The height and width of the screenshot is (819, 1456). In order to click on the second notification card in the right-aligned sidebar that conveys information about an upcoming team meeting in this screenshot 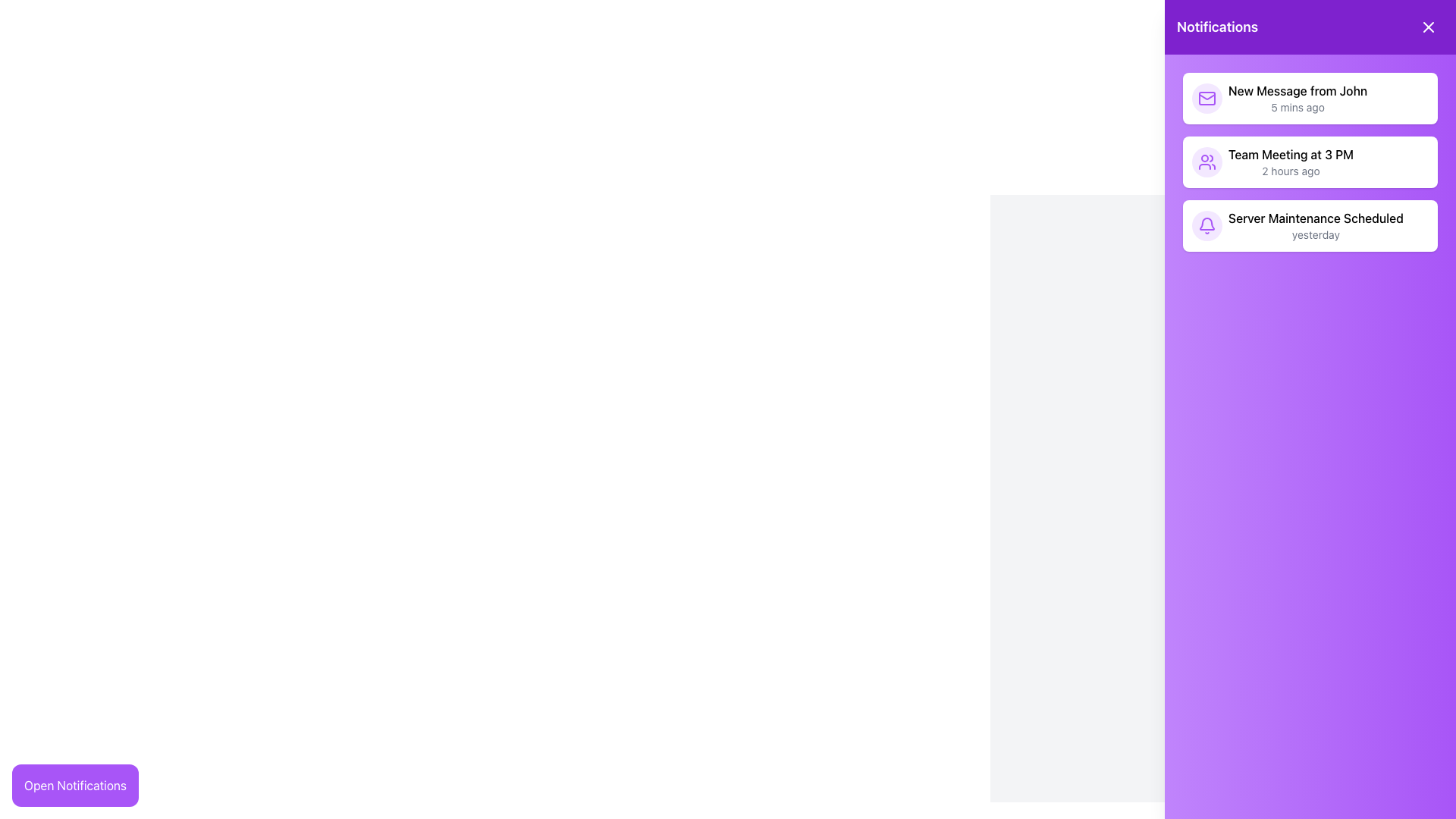, I will do `click(1310, 162)`.